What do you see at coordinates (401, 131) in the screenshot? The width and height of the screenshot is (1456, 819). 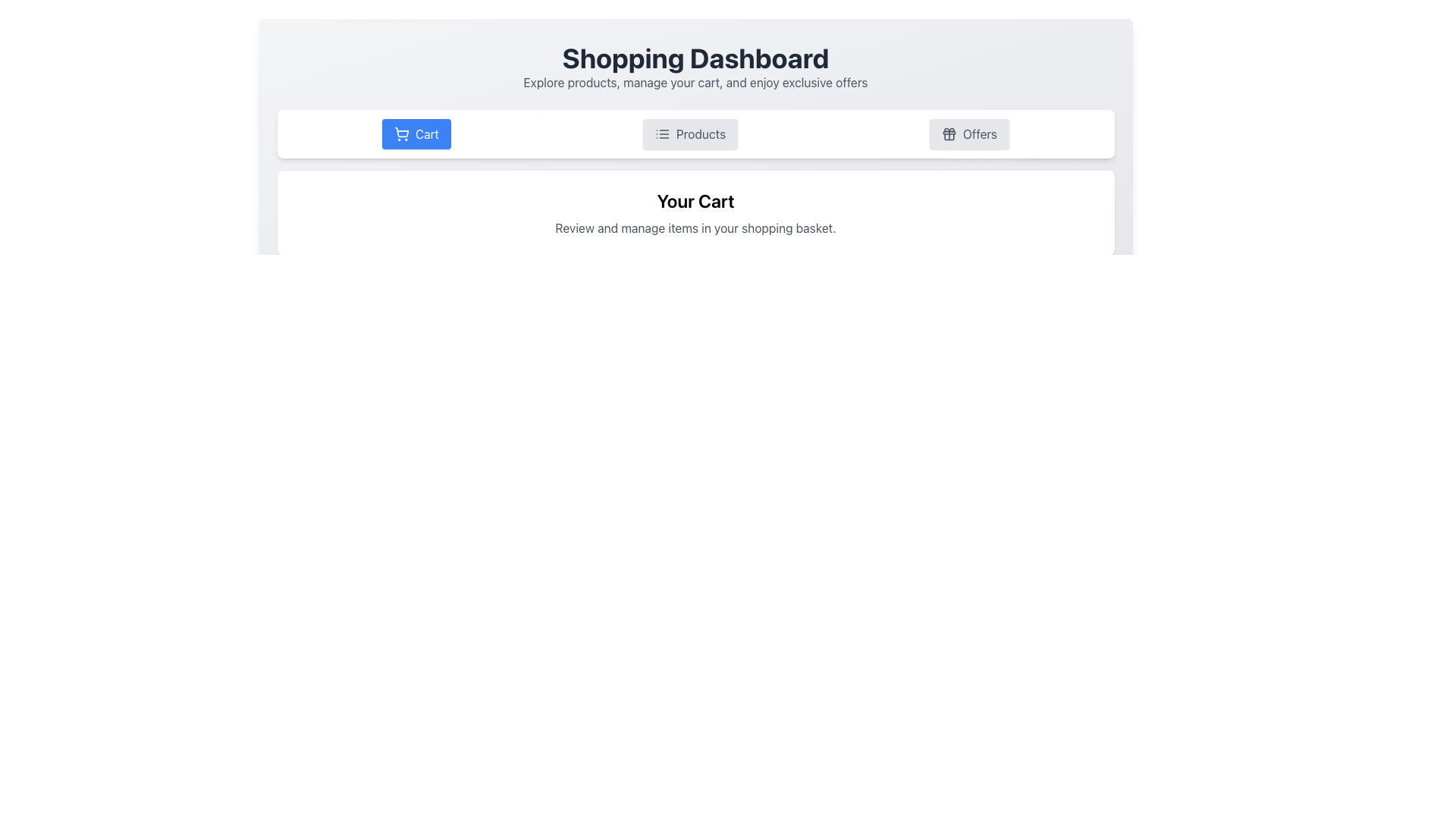 I see `the shopping cart icon, which serves as a visual indicator of the user's cart in the e-commerce interface` at bounding box center [401, 131].